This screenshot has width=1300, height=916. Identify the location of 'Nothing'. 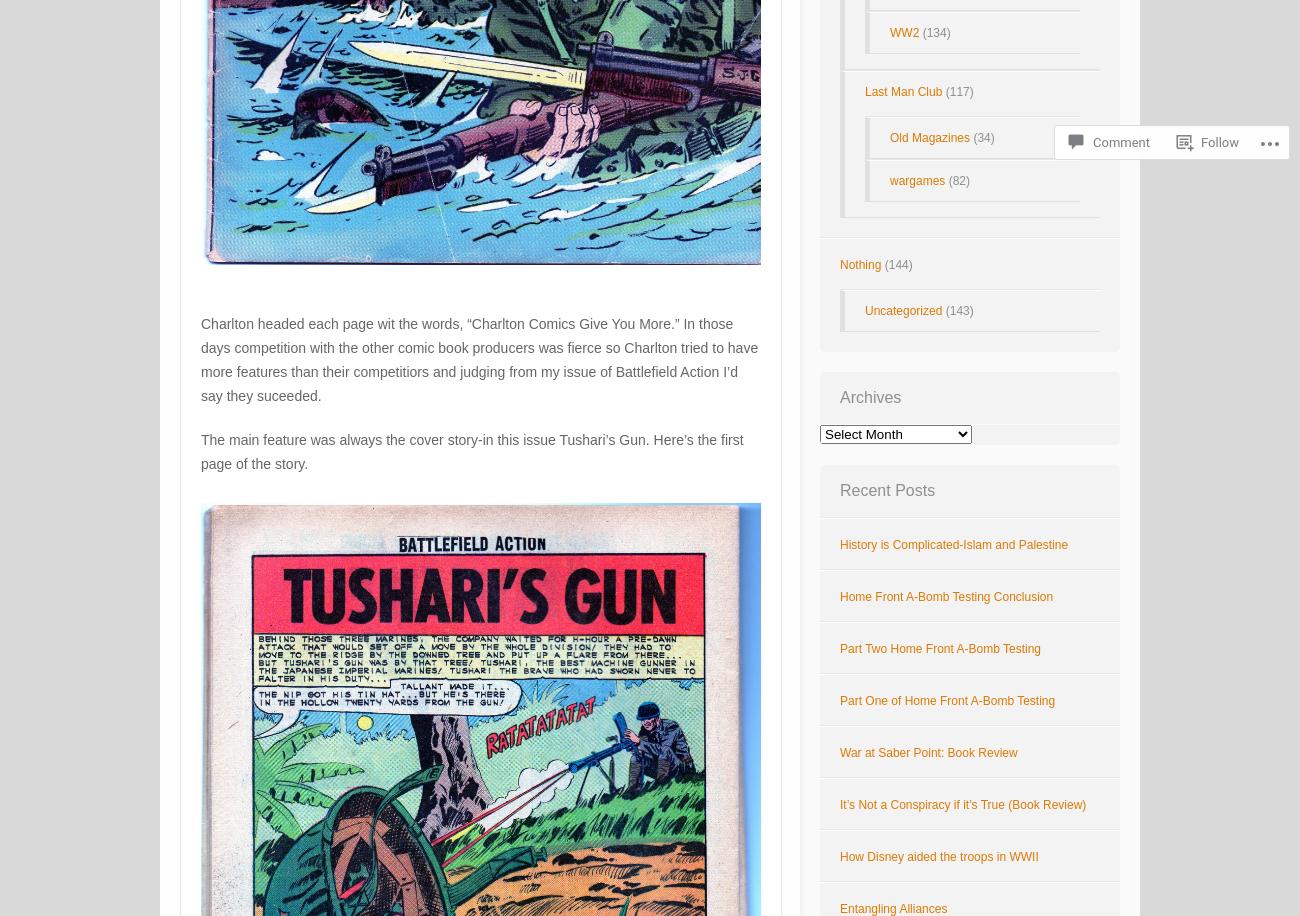
(860, 264).